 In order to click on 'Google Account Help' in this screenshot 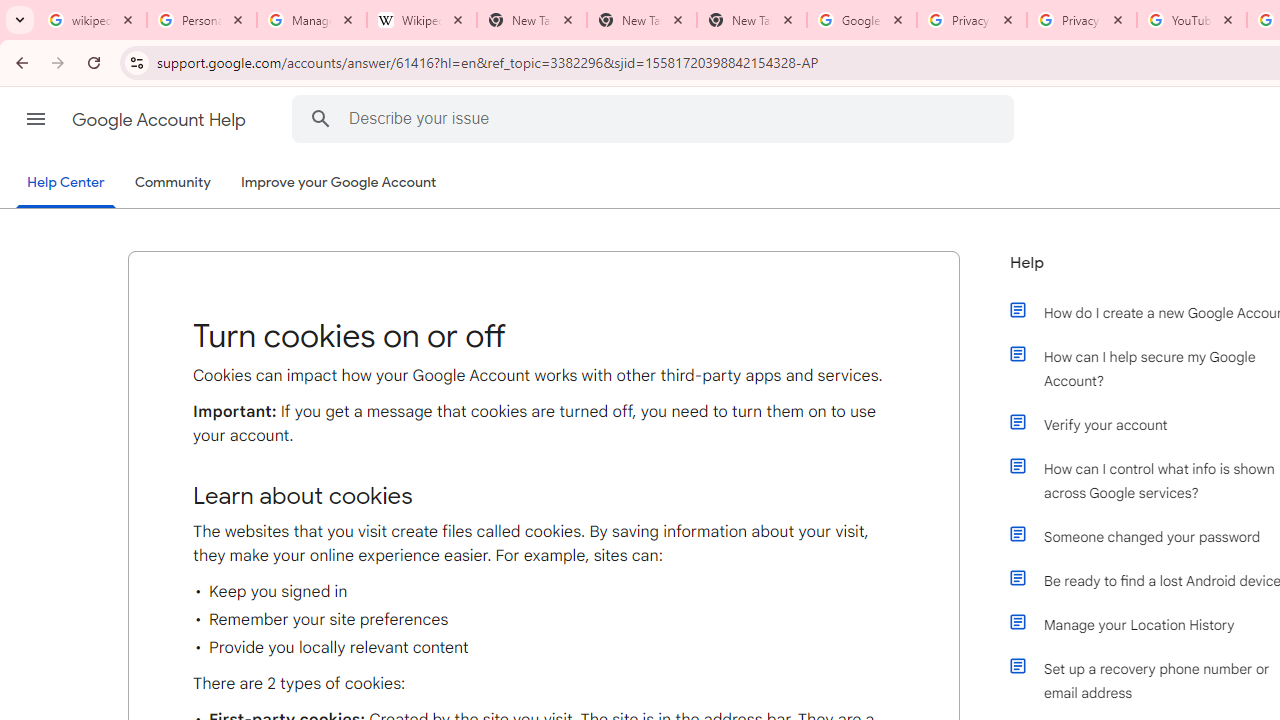, I will do `click(160, 119)`.